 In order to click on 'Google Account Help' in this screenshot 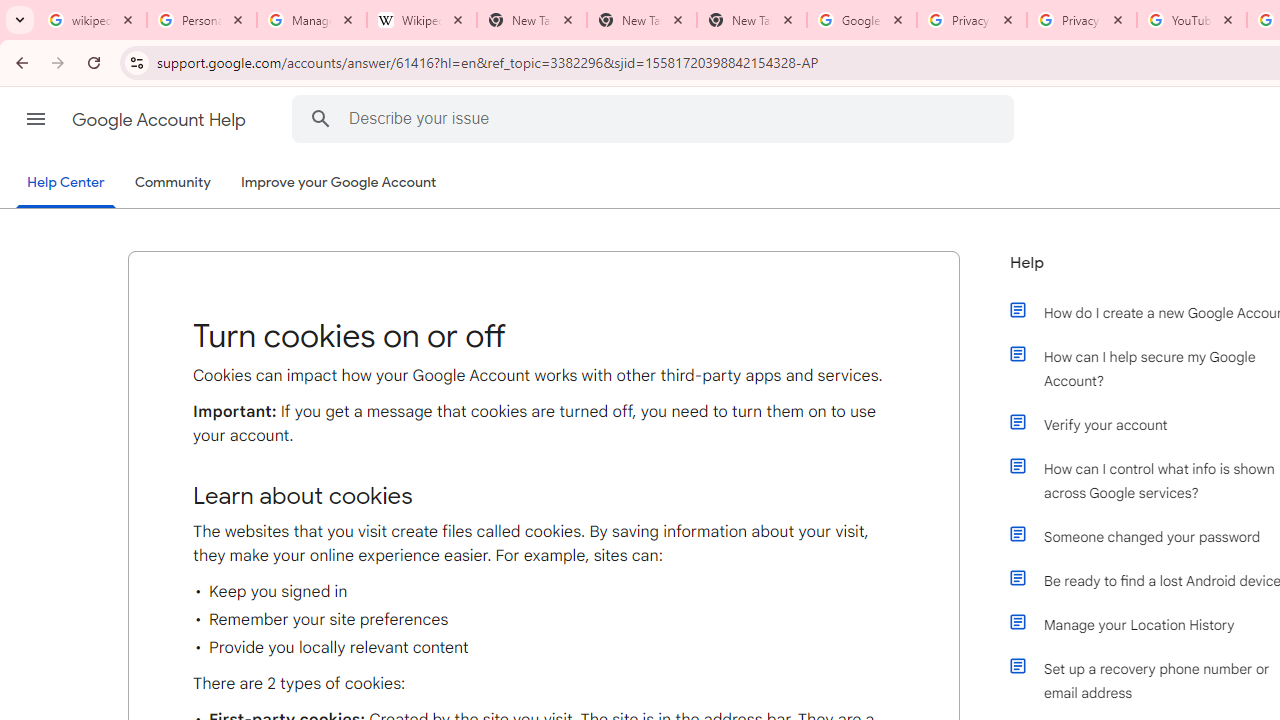, I will do `click(160, 119)`.